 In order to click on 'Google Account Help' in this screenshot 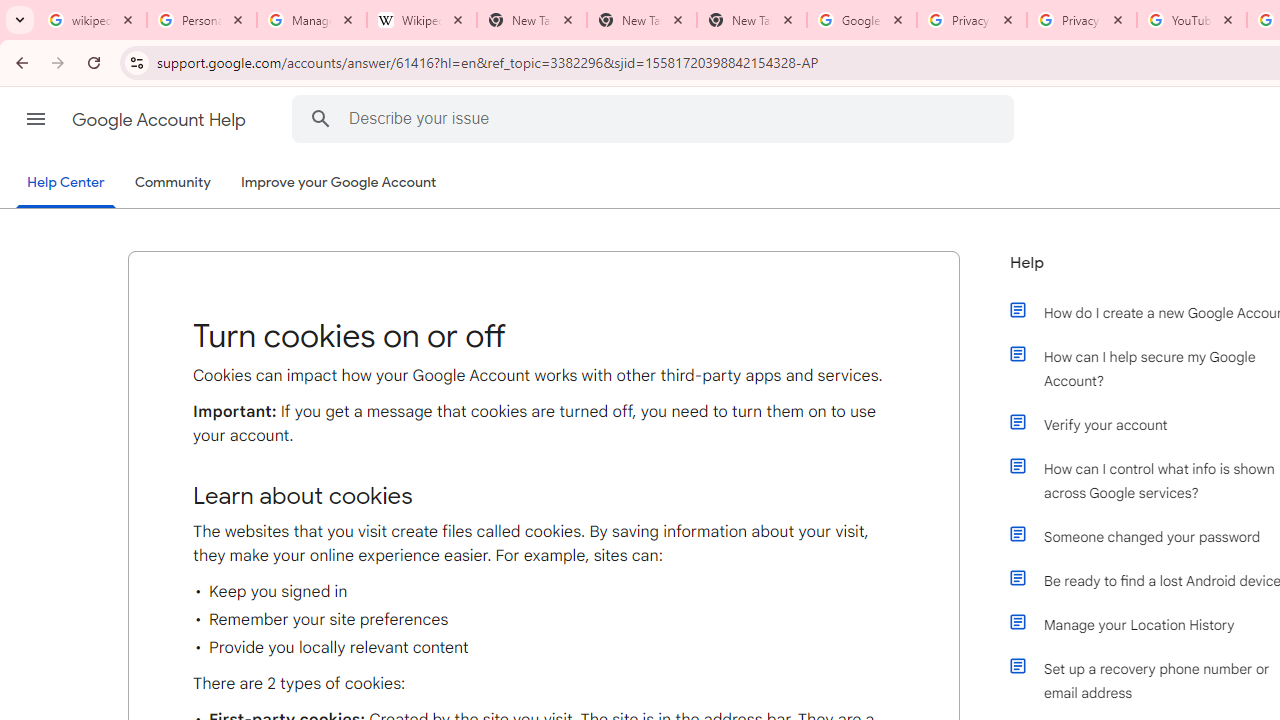, I will do `click(160, 119)`.